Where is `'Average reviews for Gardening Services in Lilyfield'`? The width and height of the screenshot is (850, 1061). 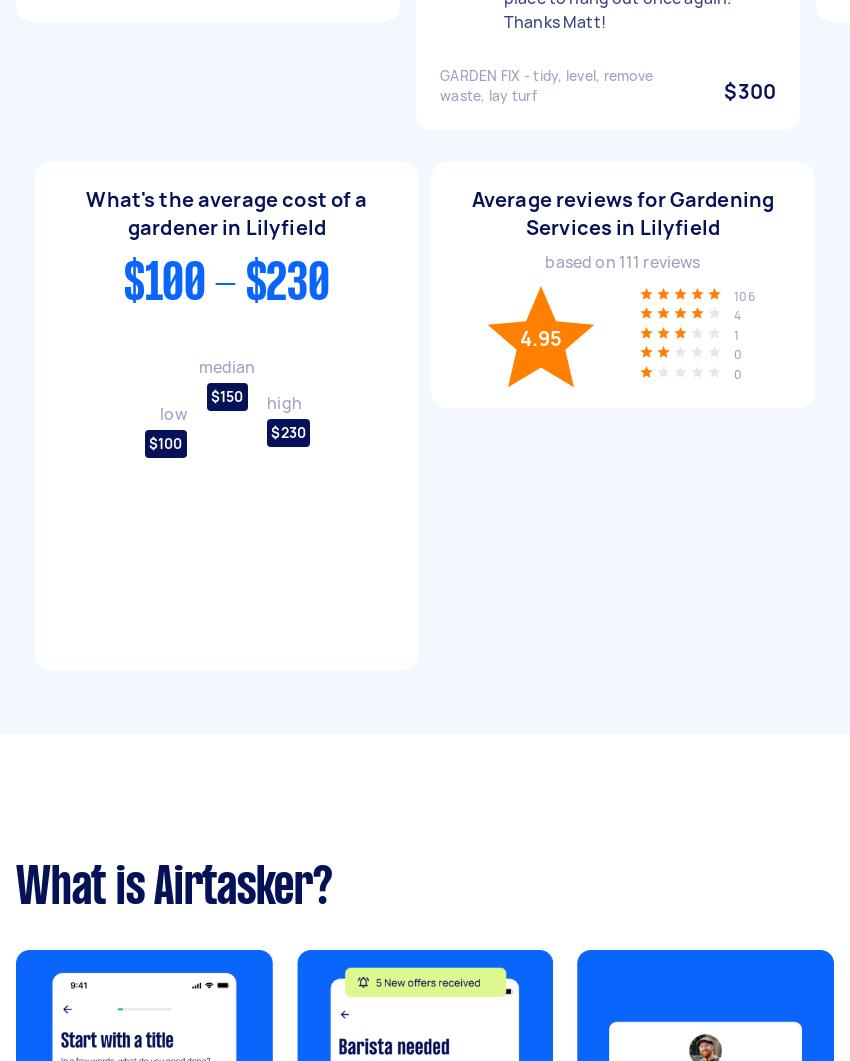 'Average reviews for Gardening Services in Lilyfield' is located at coordinates (621, 211).